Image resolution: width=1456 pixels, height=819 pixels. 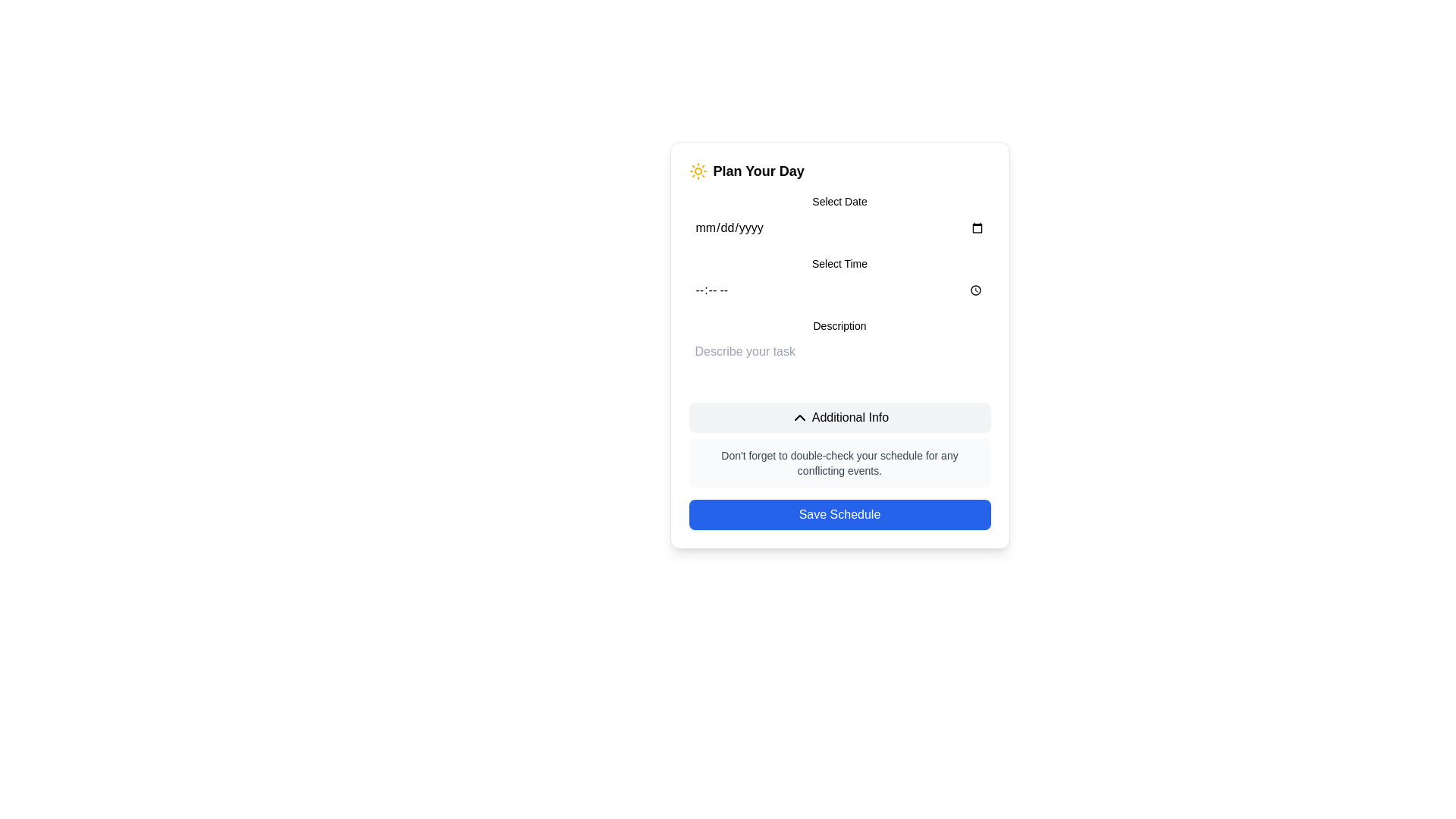 I want to click on the static text label displaying 'Select Date' located above the date input field in the 'Plan Your Day' panel, so click(x=839, y=201).